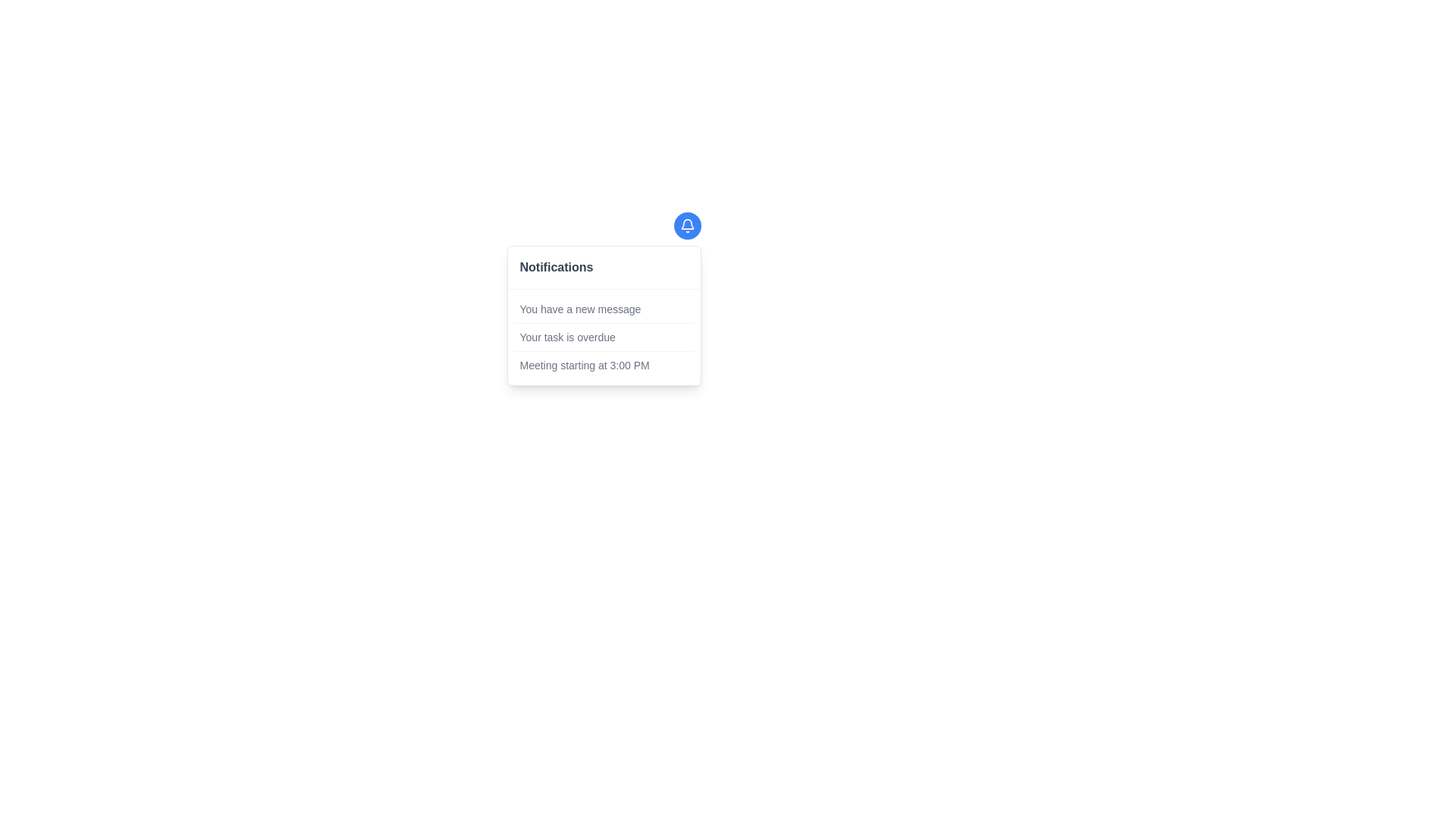 The image size is (1456, 819). Describe the element at coordinates (603, 336) in the screenshot. I see `the static text notification that reads 'Your task is overdue', which is the second notification in the vertical list of notifications` at that location.